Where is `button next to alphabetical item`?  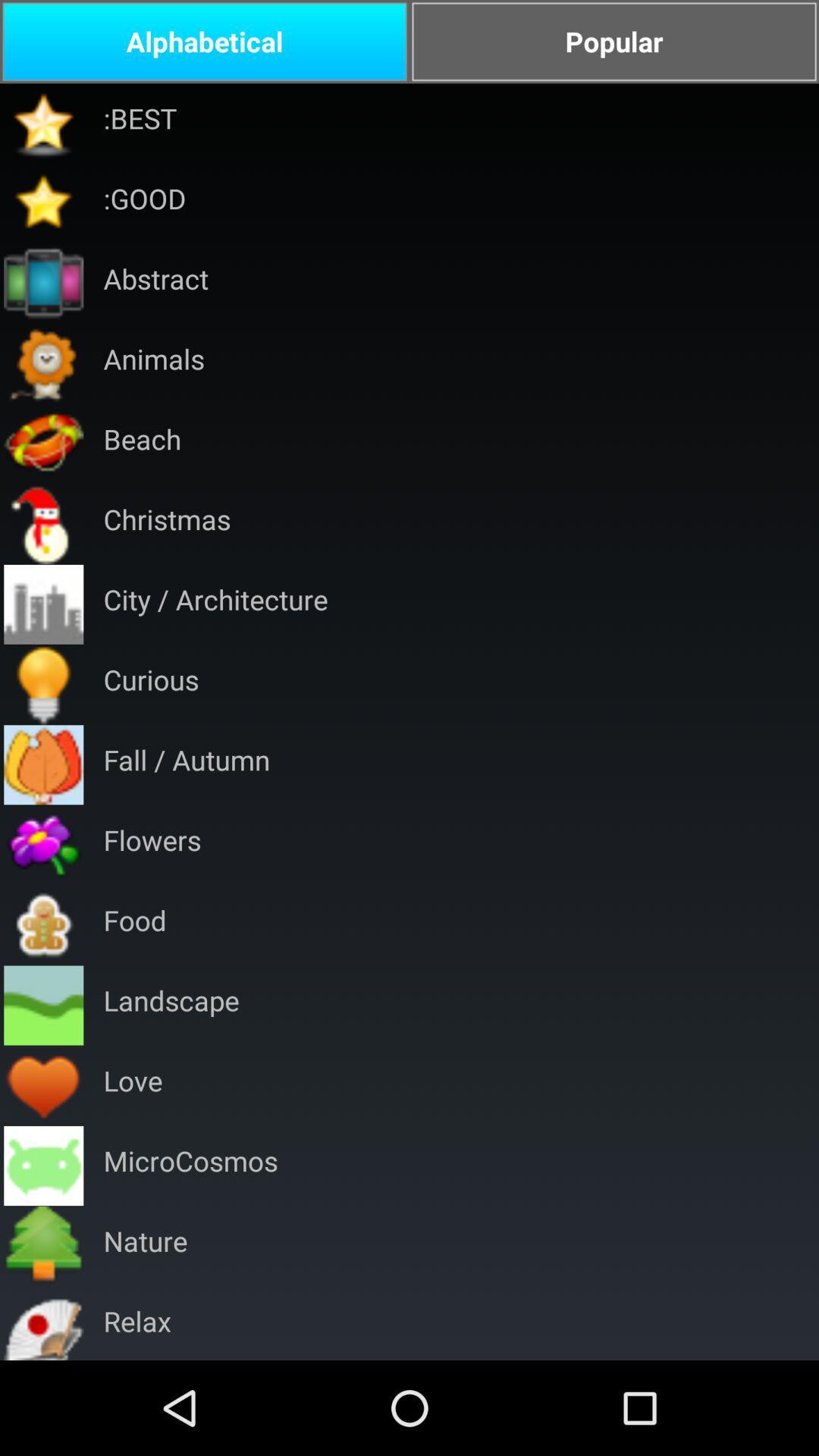 button next to alphabetical item is located at coordinates (614, 42).